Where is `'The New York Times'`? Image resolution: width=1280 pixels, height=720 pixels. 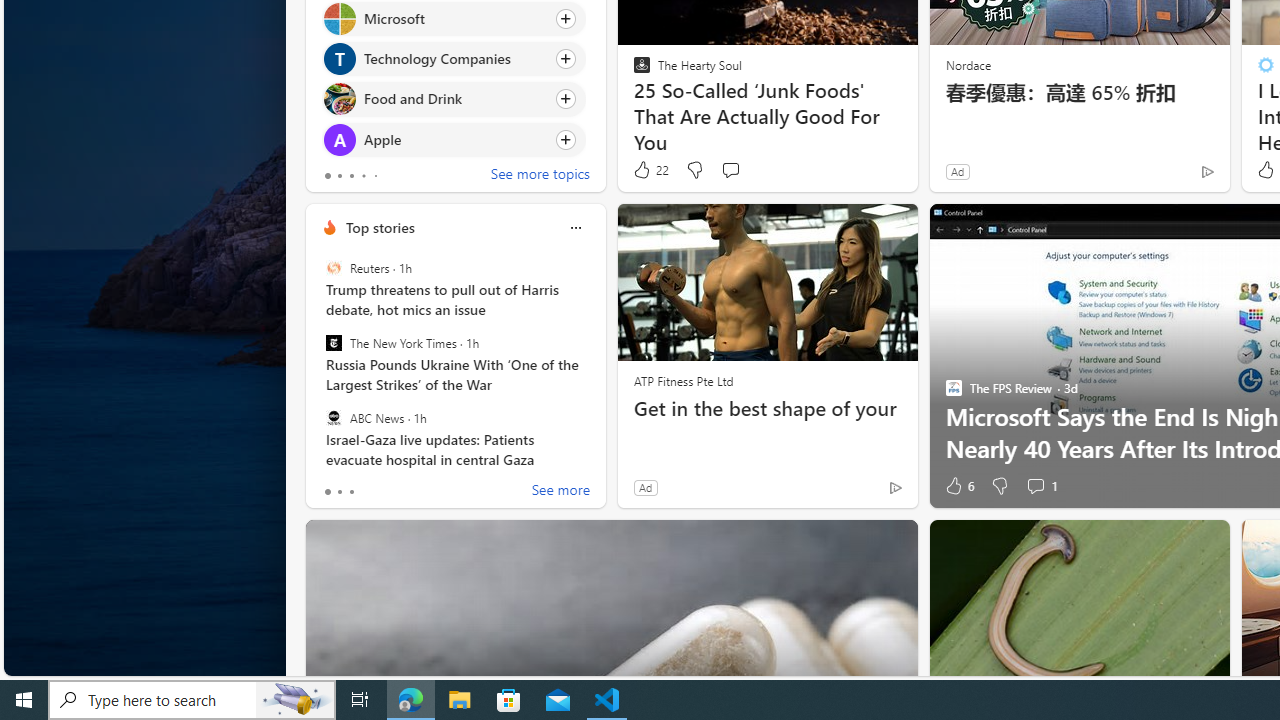
'The New York Times' is located at coordinates (333, 342).